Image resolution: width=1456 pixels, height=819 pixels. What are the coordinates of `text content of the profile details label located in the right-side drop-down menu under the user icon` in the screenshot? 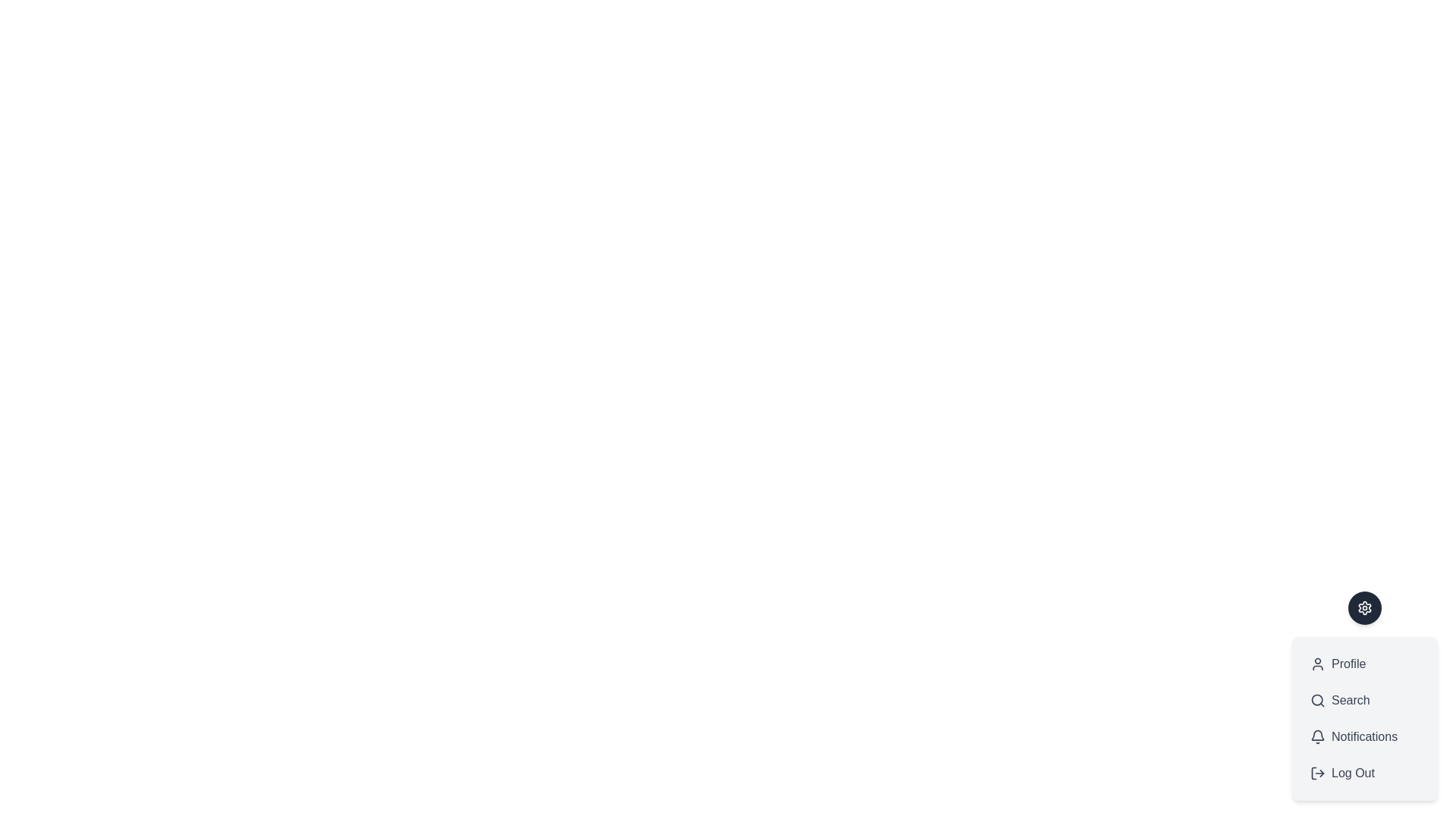 It's located at (1348, 663).